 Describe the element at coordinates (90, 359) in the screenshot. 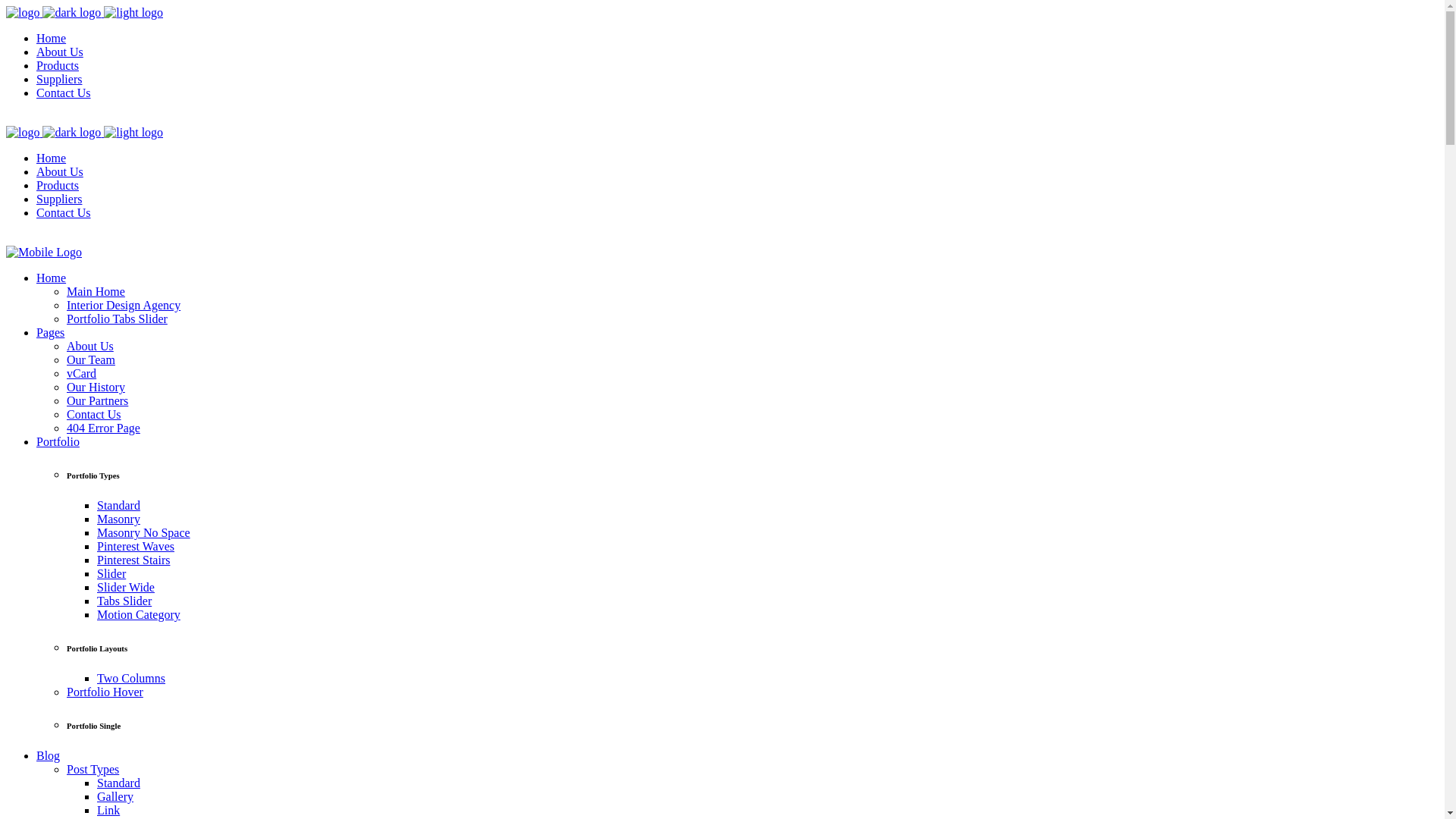

I see `'Our Team'` at that location.